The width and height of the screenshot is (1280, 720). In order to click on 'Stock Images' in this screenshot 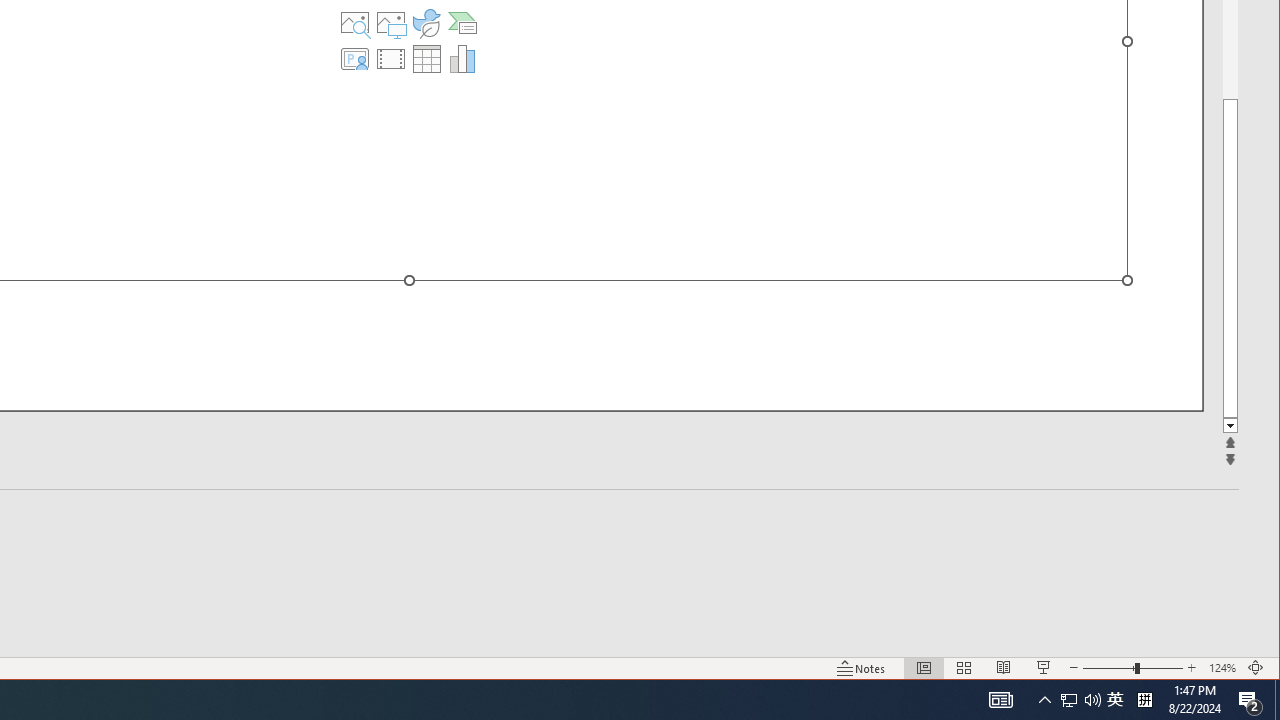, I will do `click(355, 23)`.